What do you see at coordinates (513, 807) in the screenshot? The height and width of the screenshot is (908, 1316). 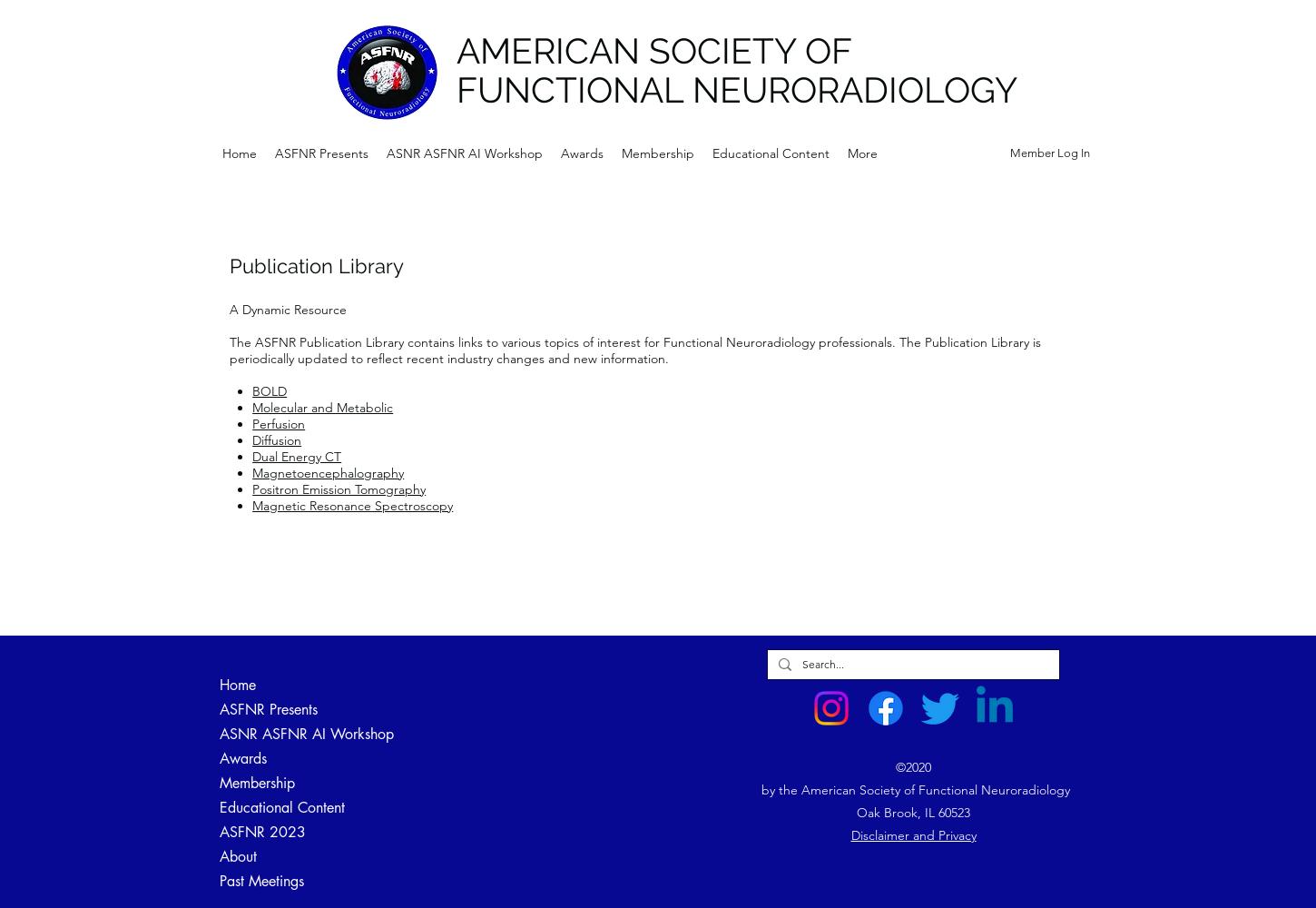 I see `'Video Library'` at bounding box center [513, 807].